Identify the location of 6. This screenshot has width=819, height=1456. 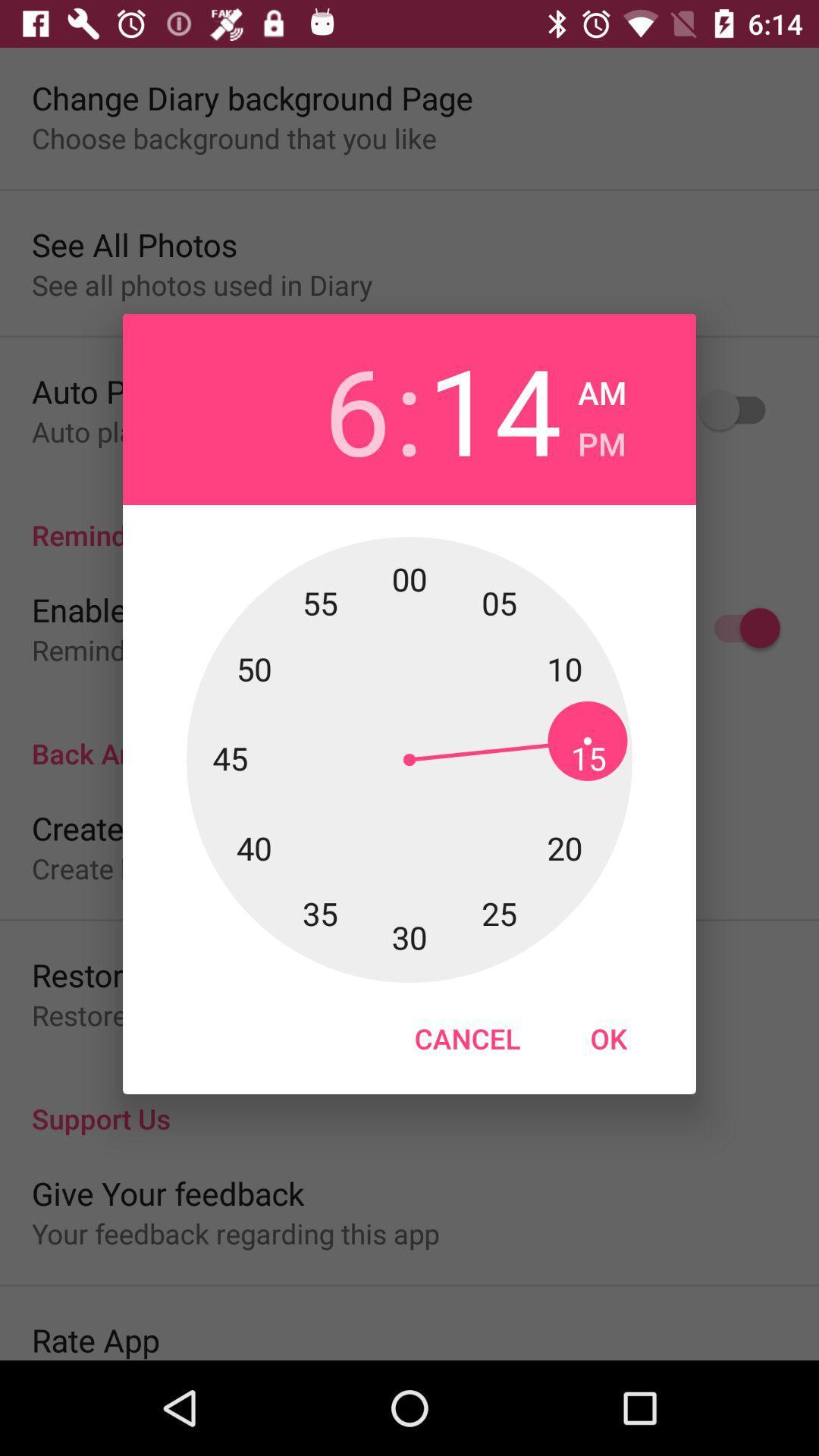
(322, 409).